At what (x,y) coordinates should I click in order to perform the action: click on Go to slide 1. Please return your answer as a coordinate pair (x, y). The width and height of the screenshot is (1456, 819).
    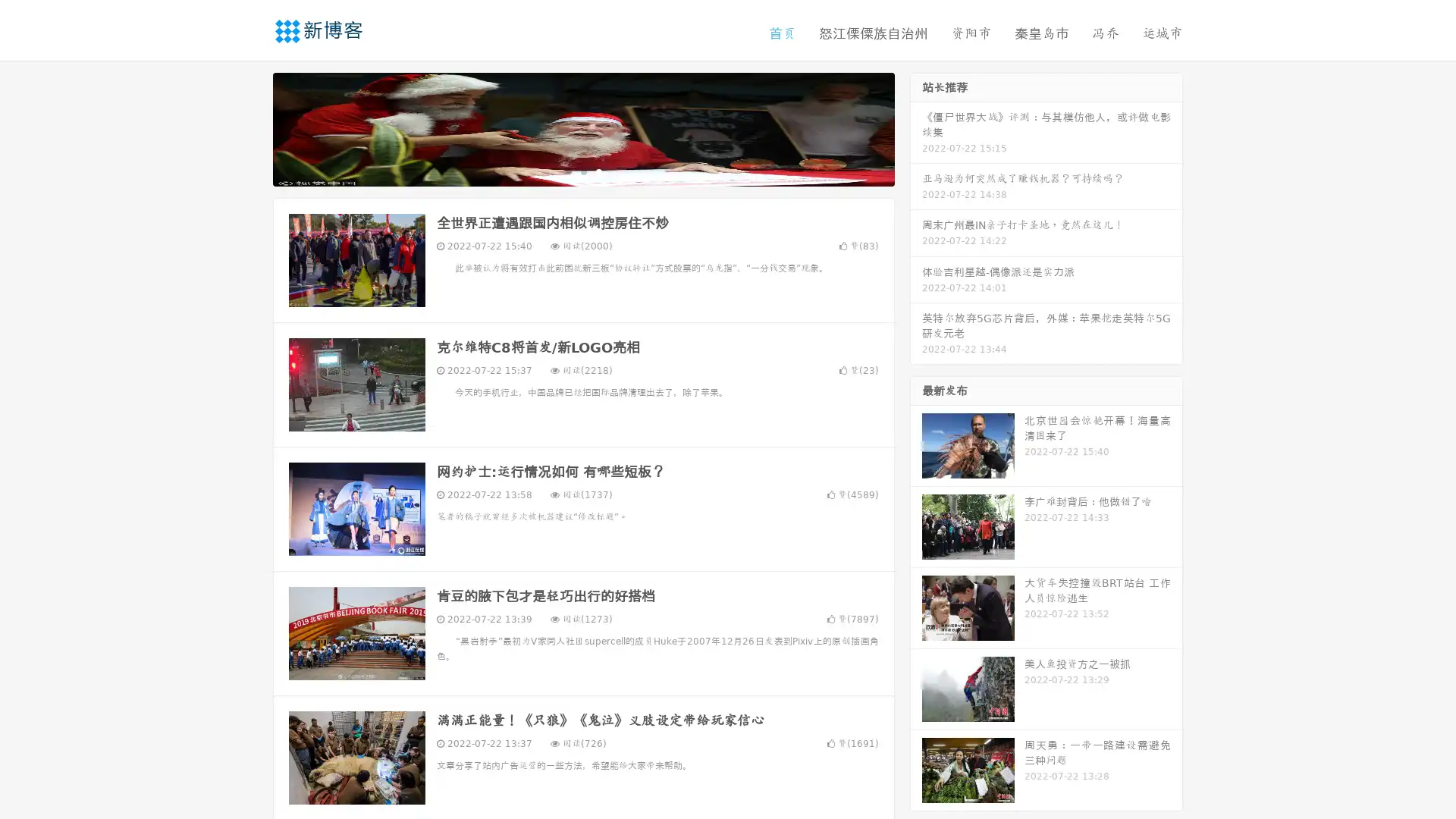
    Looking at the image, I should click on (567, 171).